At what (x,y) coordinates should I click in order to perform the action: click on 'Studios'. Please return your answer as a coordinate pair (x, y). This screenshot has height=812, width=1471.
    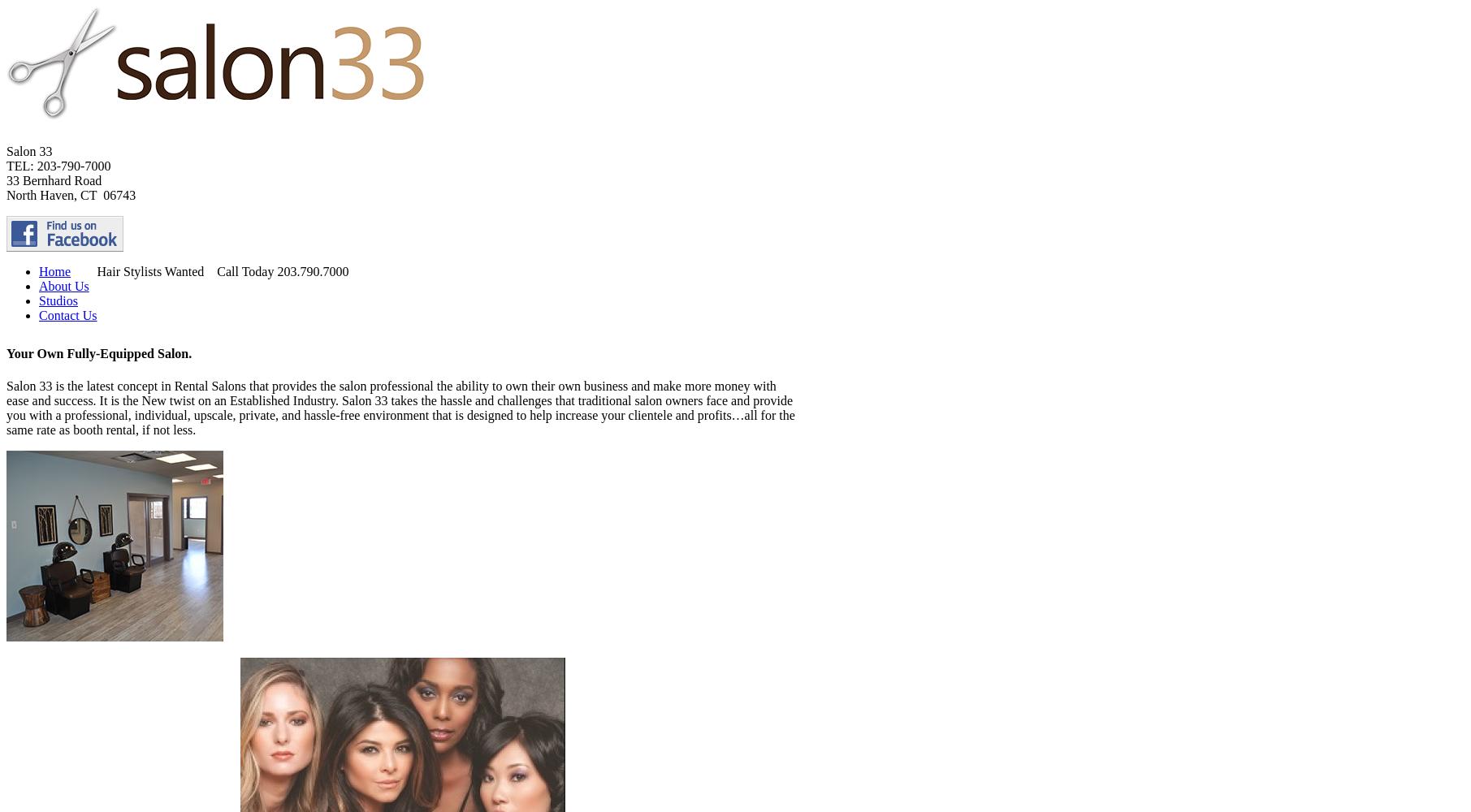
    Looking at the image, I should click on (38, 300).